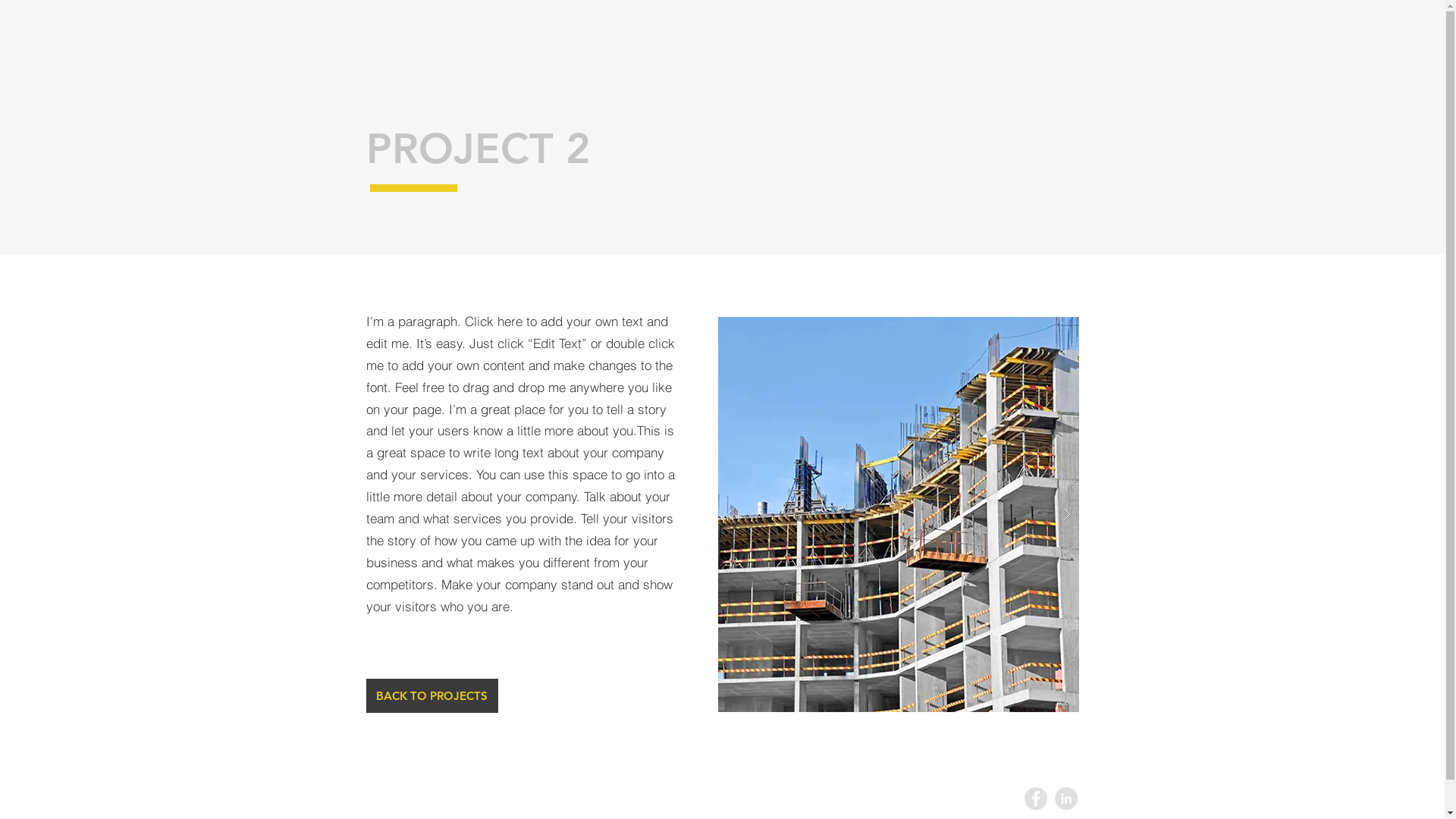 The image size is (1456, 819). What do you see at coordinates (365, 695) in the screenshot?
I see `'BACK TO PROJECTS'` at bounding box center [365, 695].